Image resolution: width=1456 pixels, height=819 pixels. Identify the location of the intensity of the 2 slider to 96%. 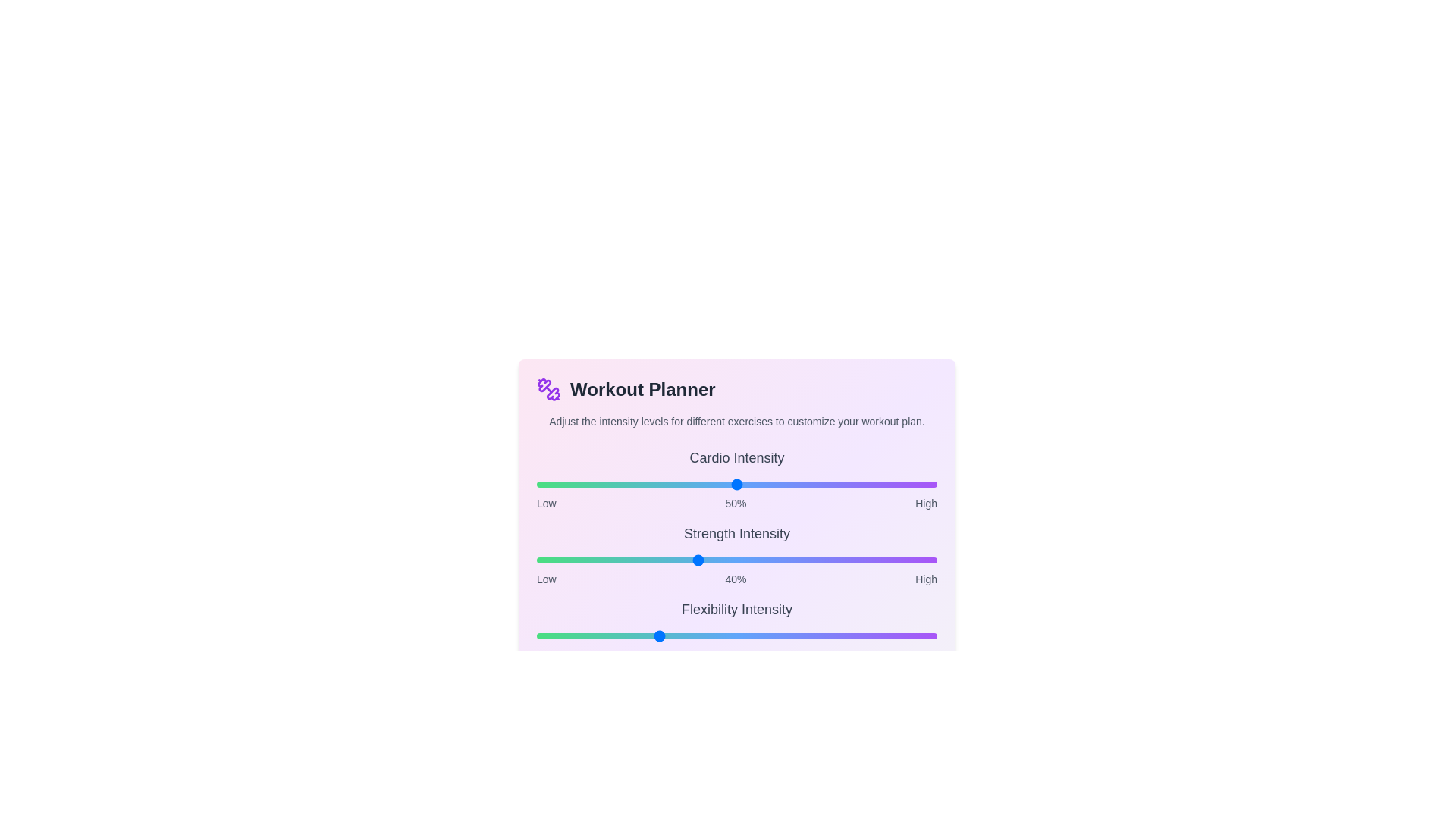
(920, 636).